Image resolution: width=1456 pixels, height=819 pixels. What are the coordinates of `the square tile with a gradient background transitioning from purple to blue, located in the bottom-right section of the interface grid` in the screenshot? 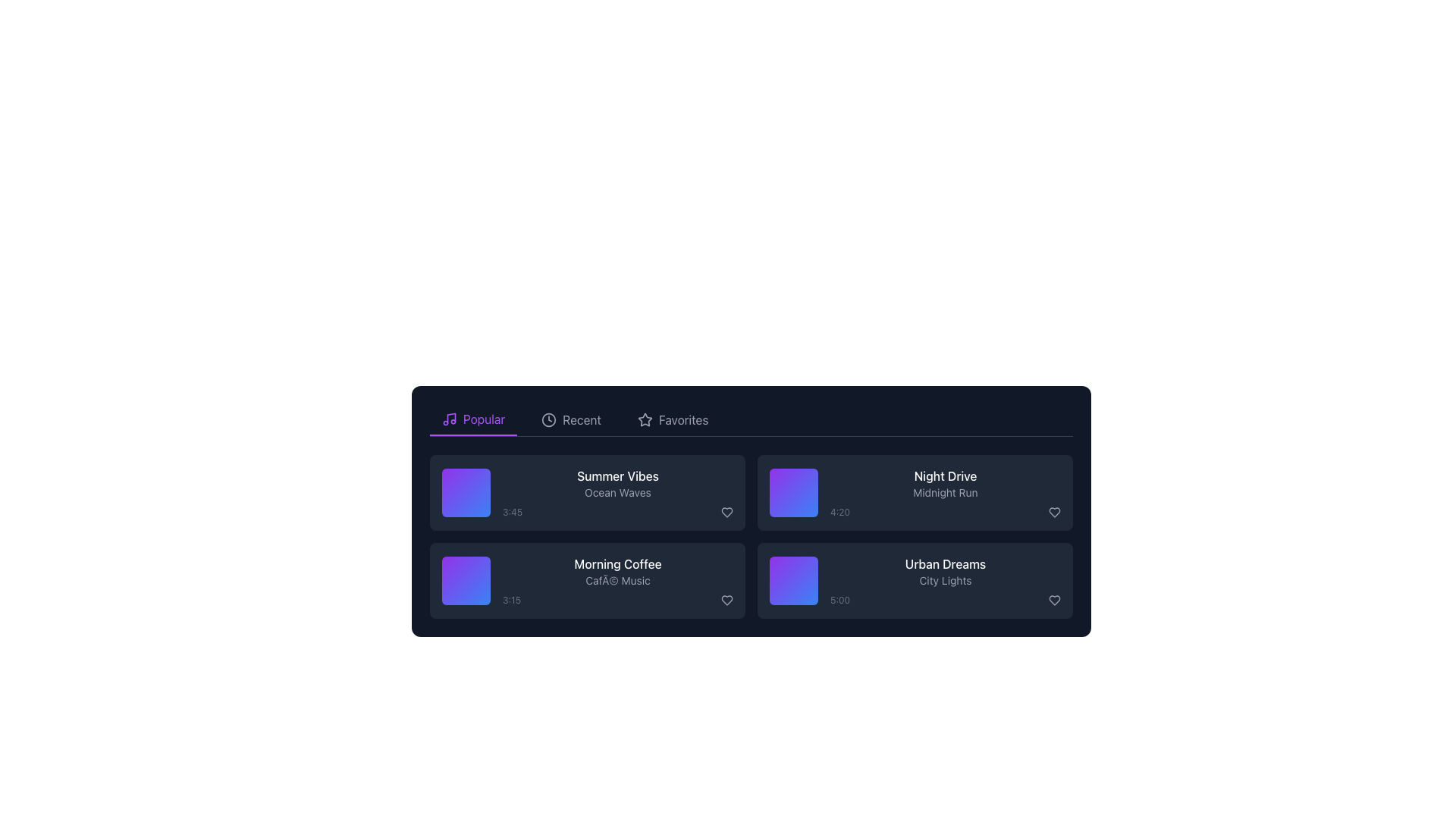 It's located at (792, 580).